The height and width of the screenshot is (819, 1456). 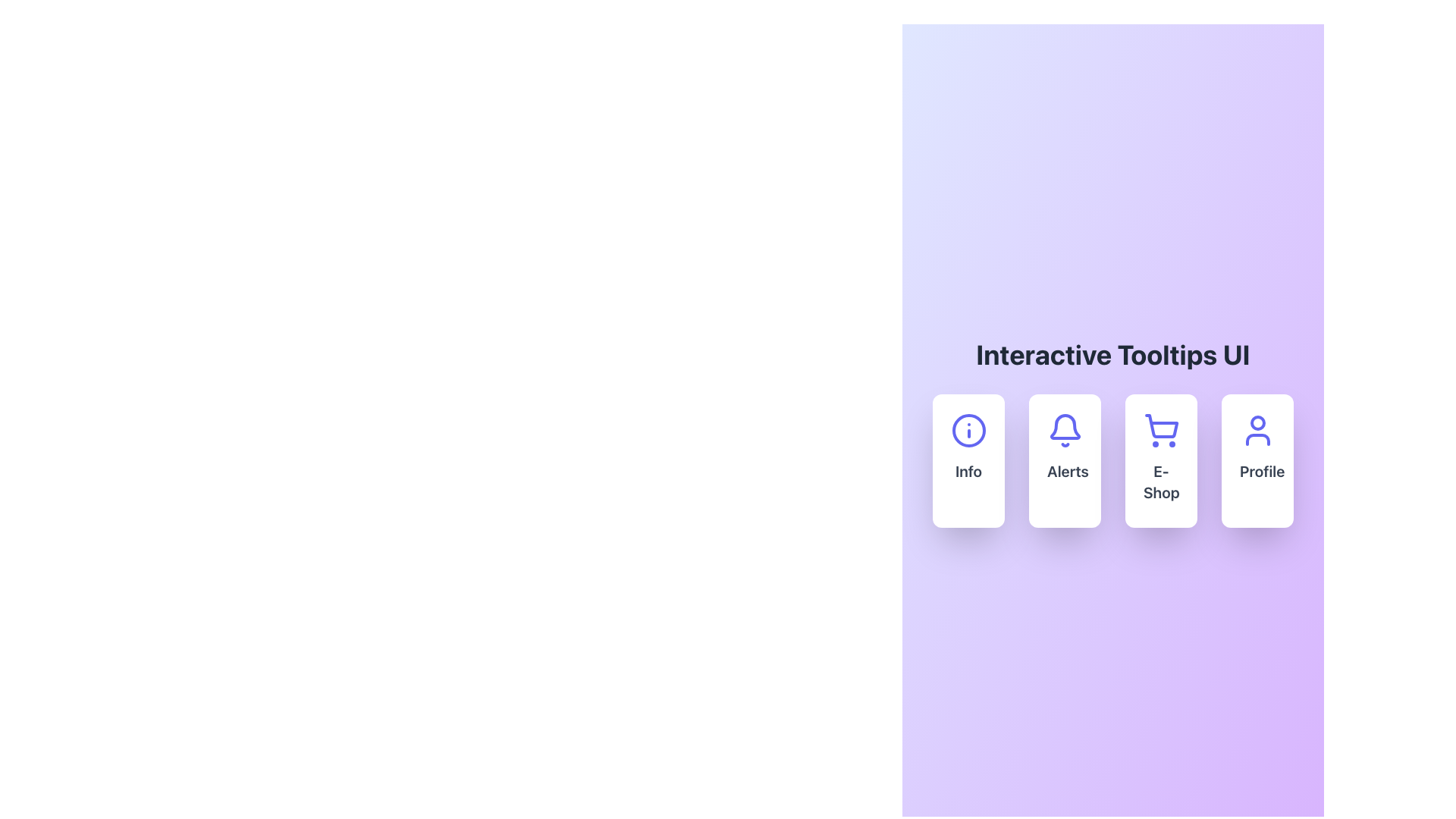 What do you see at coordinates (1064, 460) in the screenshot?
I see `the second card in the horizontal grid layout containing a blue bell icon at the top center and the text 'Alerts' in bold dark gray beneath it` at bounding box center [1064, 460].